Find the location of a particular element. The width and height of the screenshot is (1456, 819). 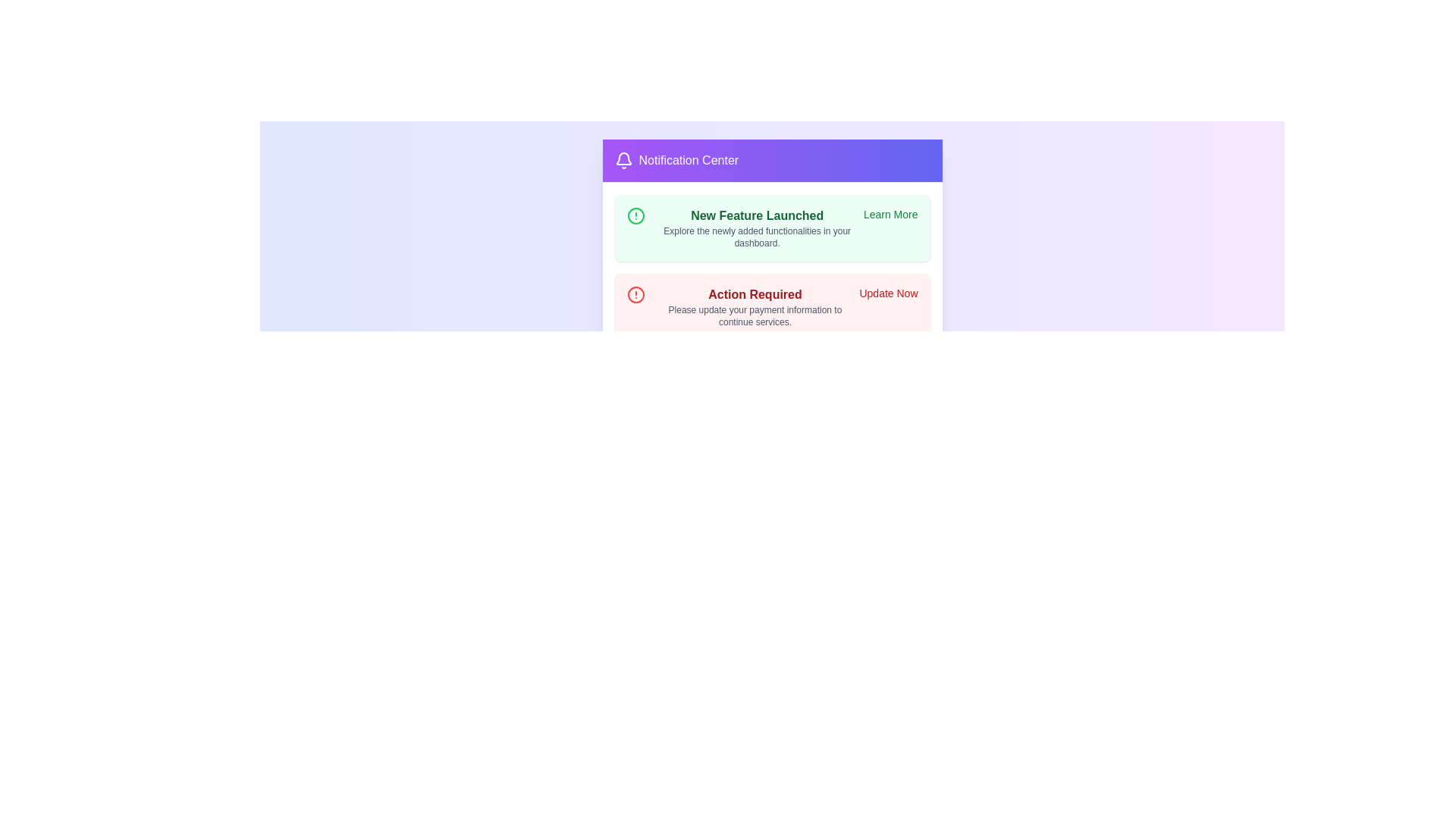

the notification bell icon located in the top-left corner of the notification header area within the colored banner labeled 'Notification Center' is located at coordinates (623, 158).